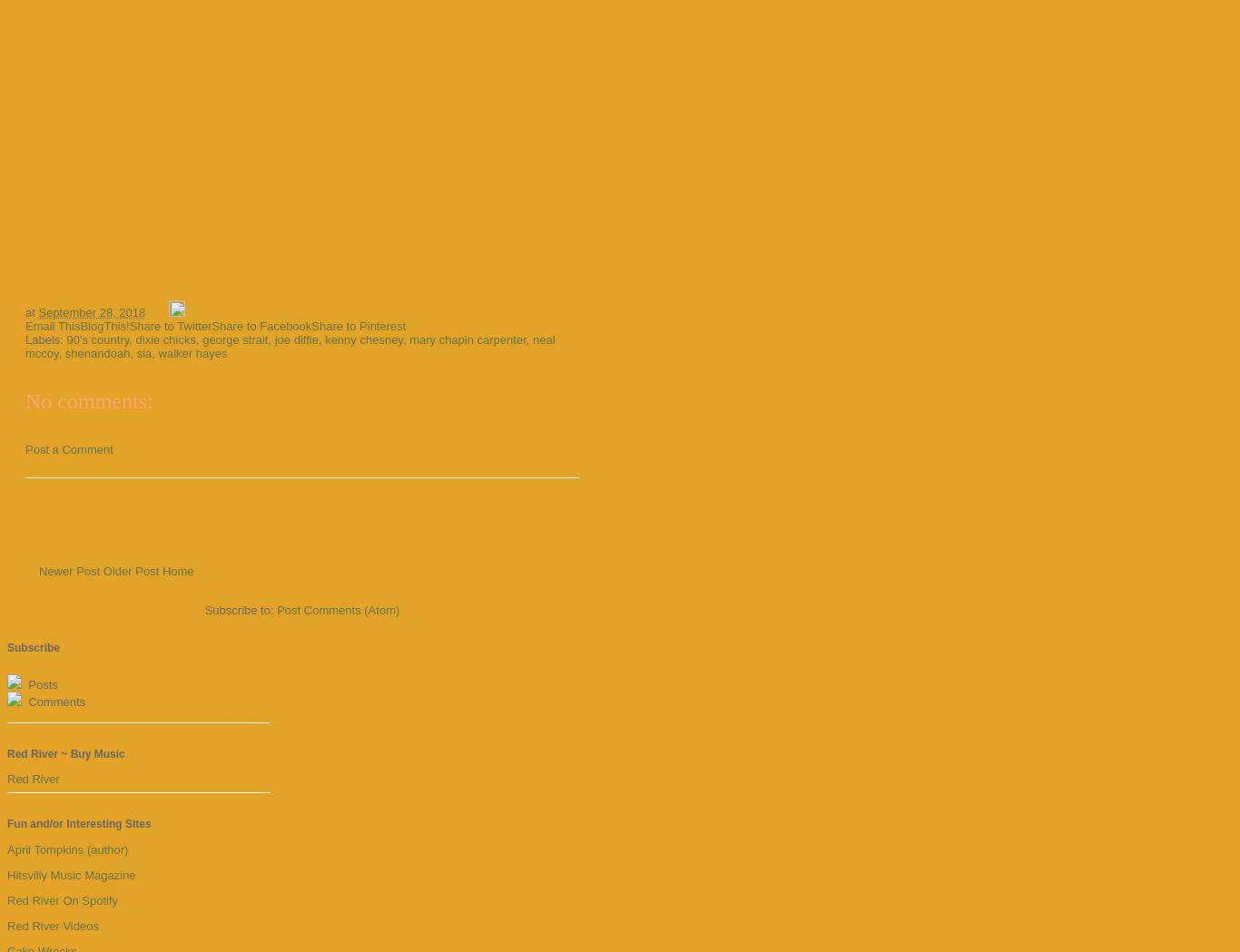 This screenshot has height=952, width=1240. Describe the element at coordinates (290, 345) in the screenshot. I see `'neal mccoy'` at that location.